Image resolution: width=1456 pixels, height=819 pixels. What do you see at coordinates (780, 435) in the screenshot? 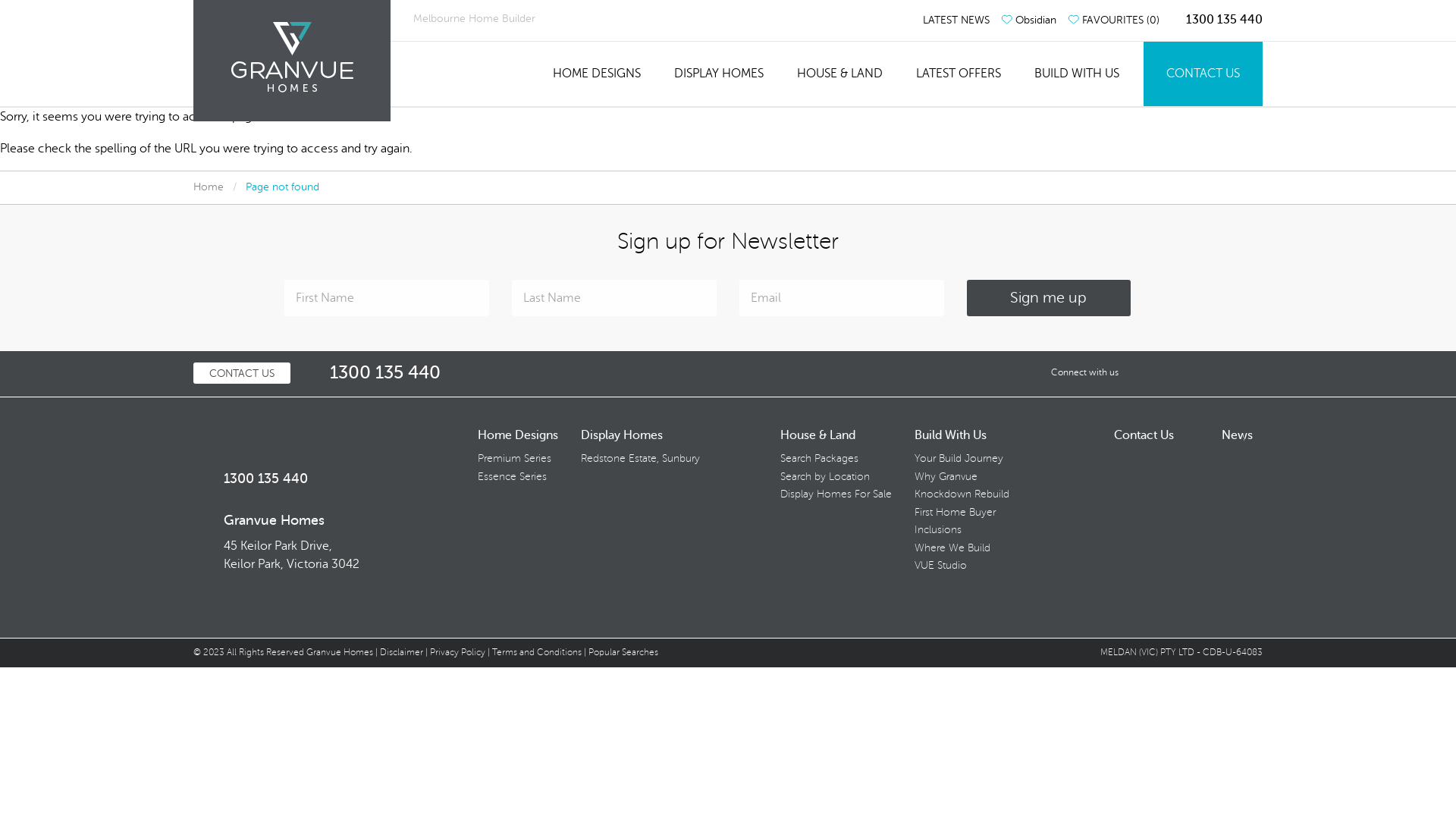
I see `'House & Land'` at bounding box center [780, 435].